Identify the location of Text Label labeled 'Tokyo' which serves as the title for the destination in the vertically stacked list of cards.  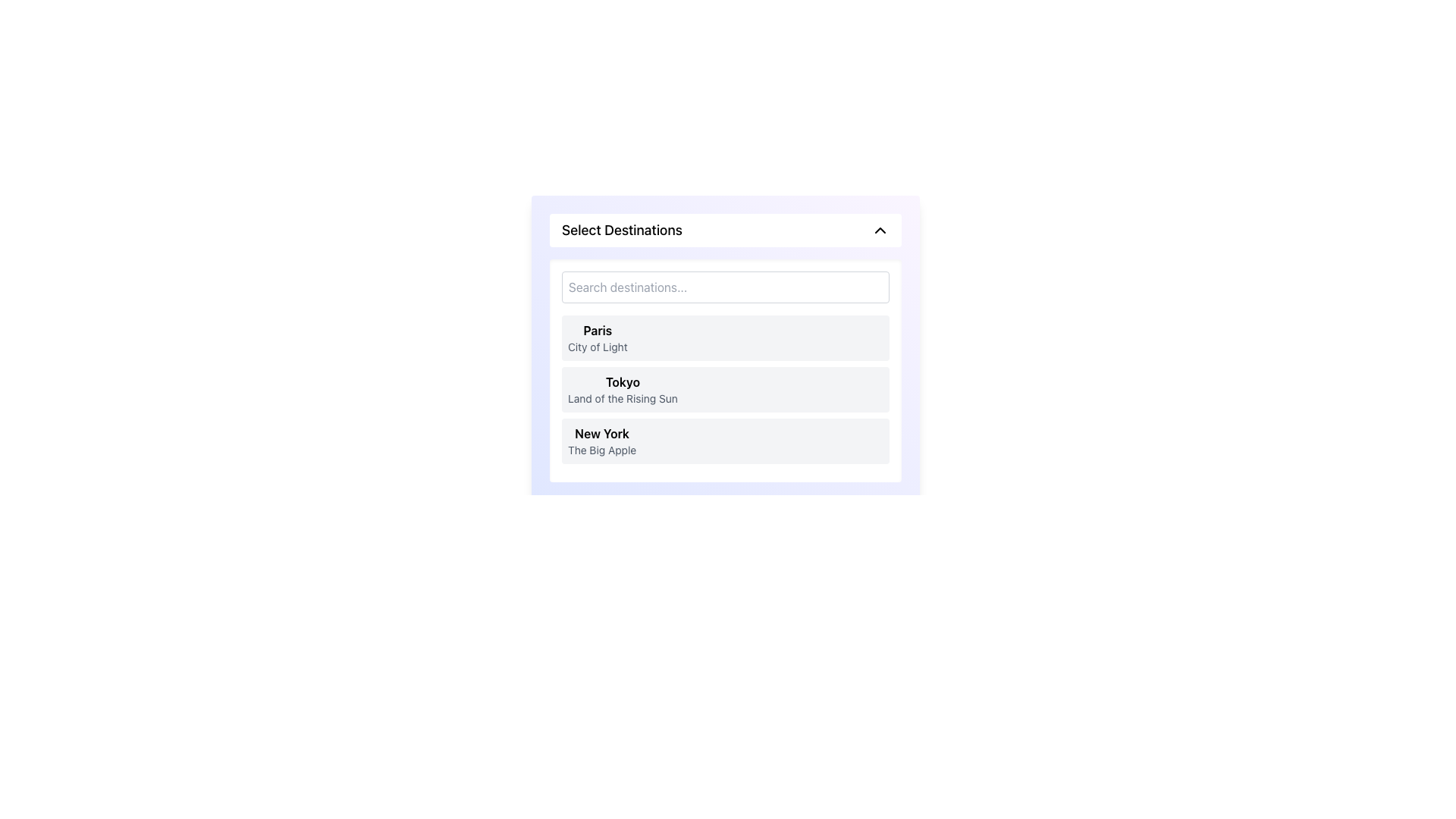
(623, 381).